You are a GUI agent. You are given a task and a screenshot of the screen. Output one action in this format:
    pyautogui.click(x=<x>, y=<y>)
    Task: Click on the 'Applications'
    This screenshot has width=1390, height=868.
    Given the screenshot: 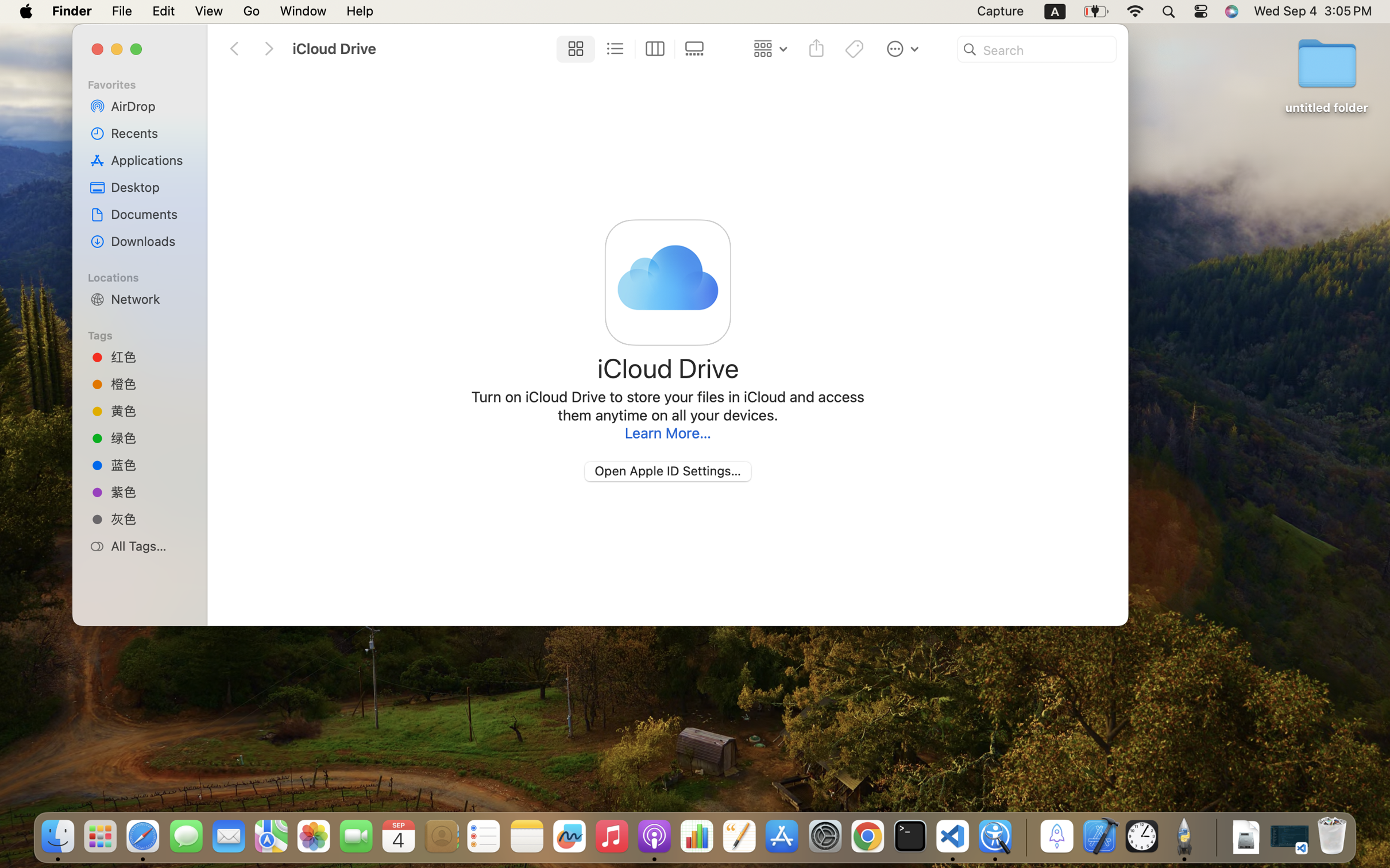 What is the action you would take?
    pyautogui.click(x=149, y=160)
    